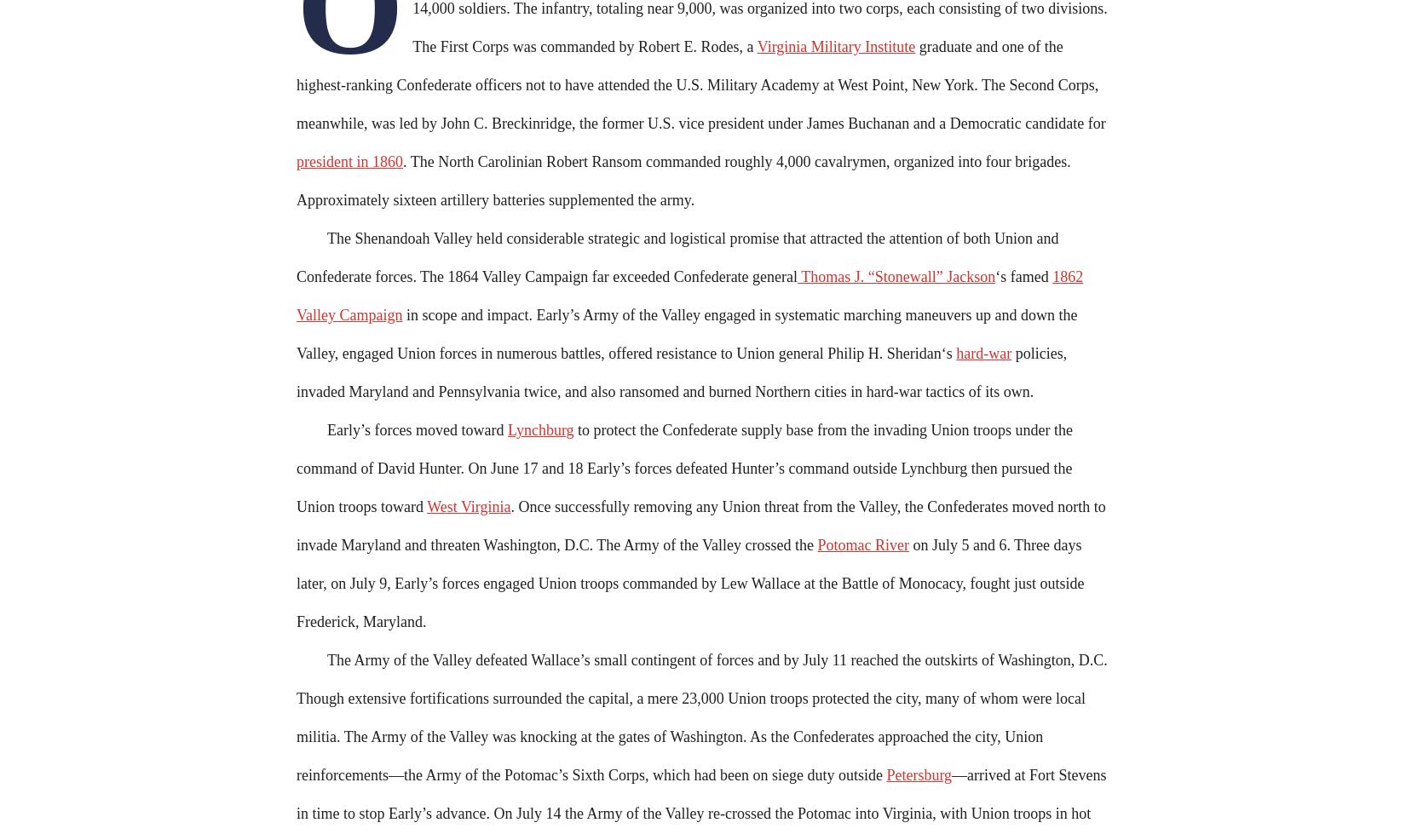  I want to click on 'Virginia Military Institute', so click(835, 46).